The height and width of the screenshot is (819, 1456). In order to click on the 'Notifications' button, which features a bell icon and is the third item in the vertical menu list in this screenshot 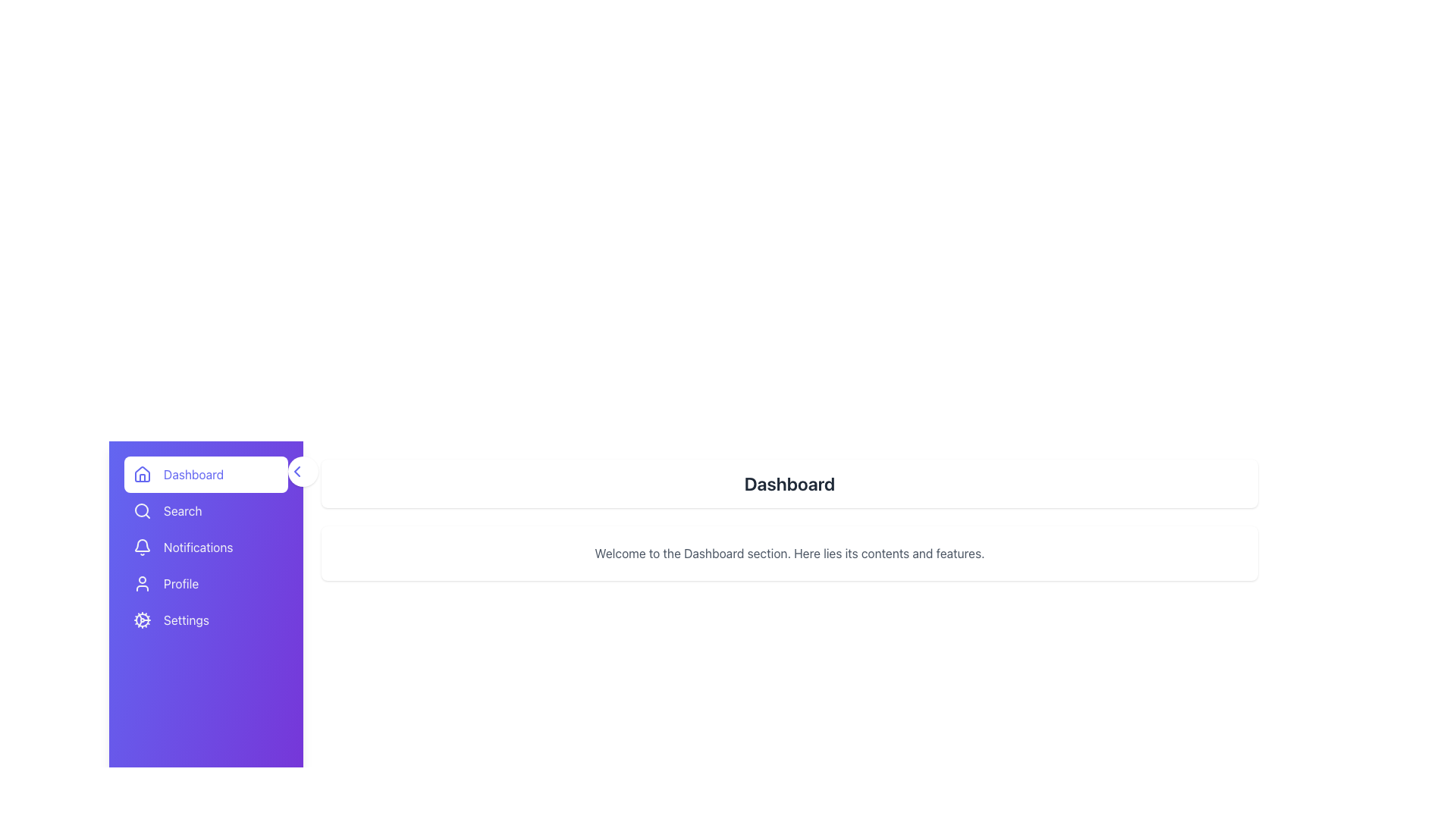, I will do `click(206, 547)`.